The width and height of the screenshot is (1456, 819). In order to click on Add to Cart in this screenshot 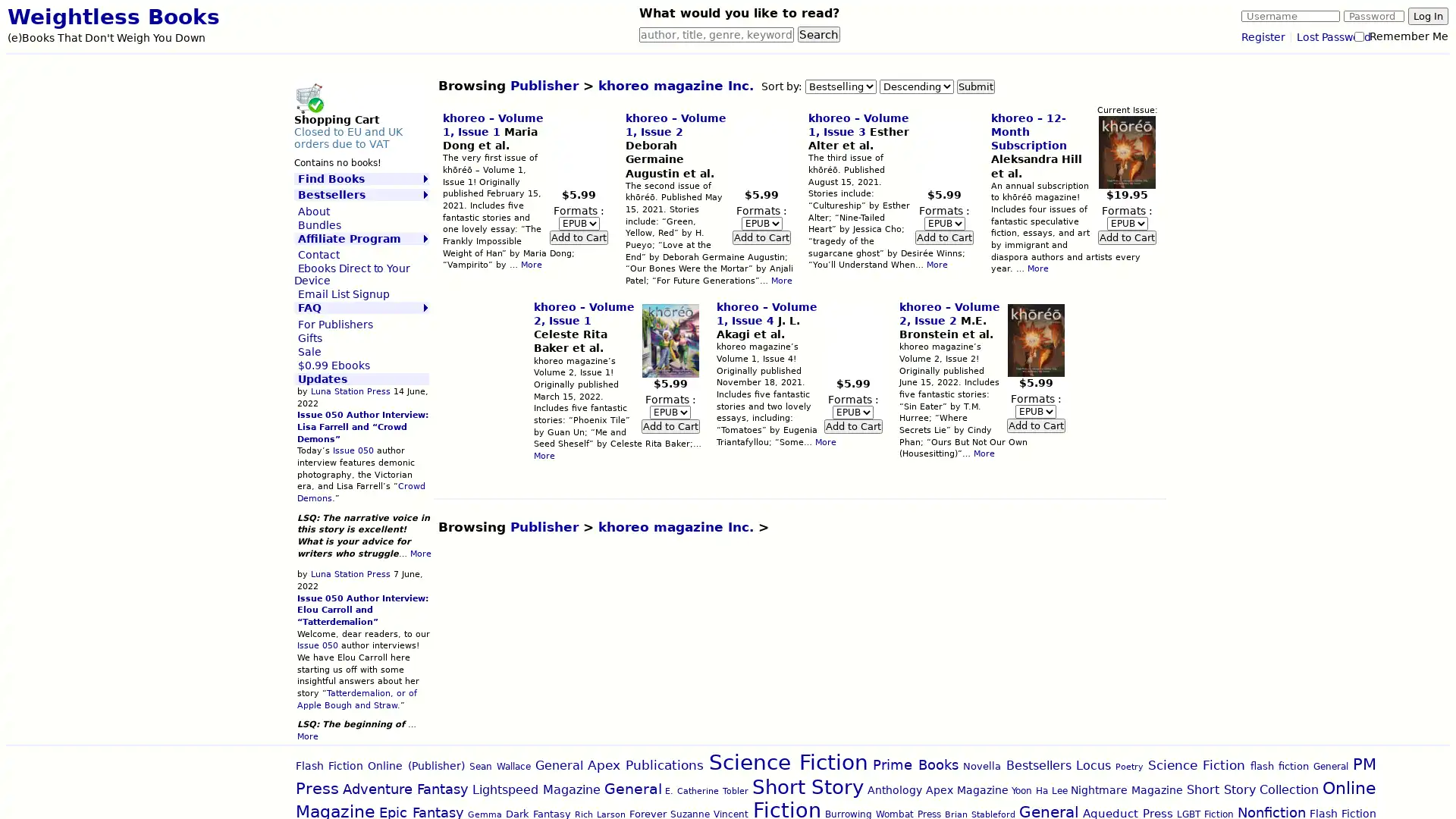, I will do `click(761, 237)`.